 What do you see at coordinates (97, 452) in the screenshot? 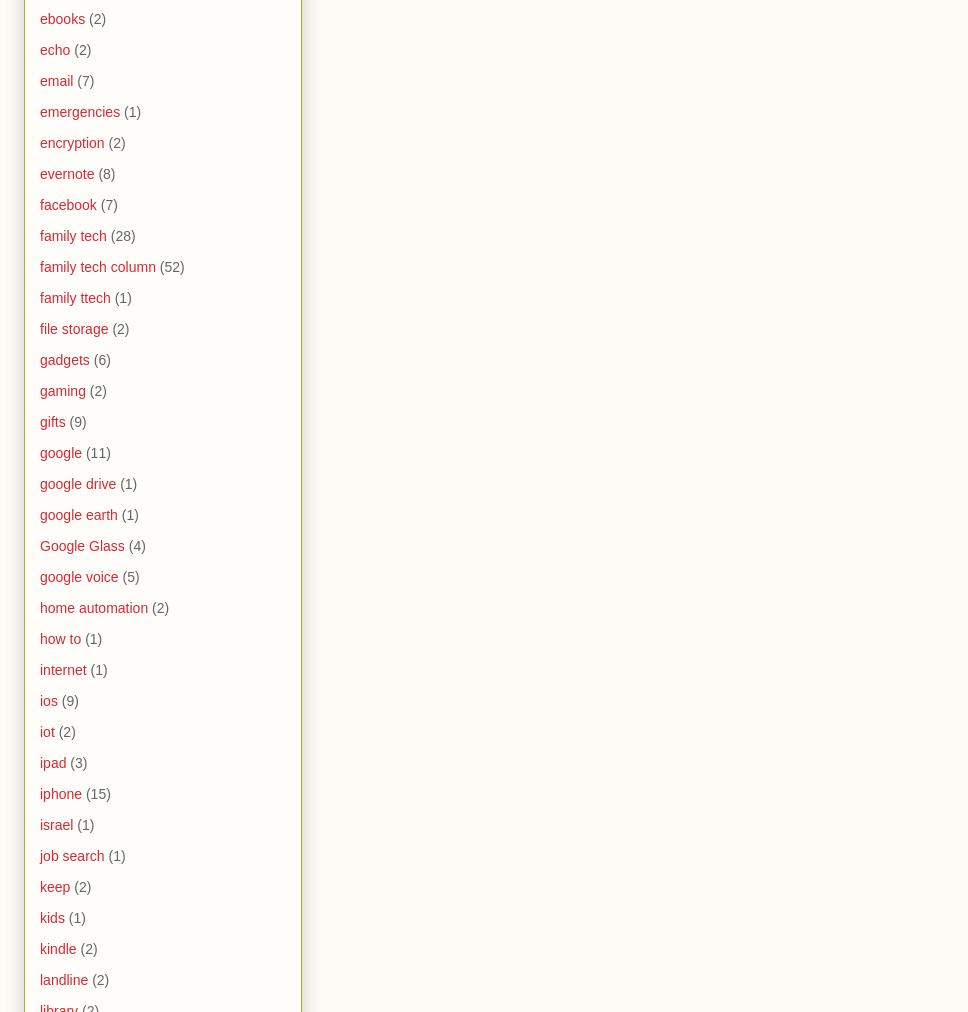
I see `'(11)'` at bounding box center [97, 452].